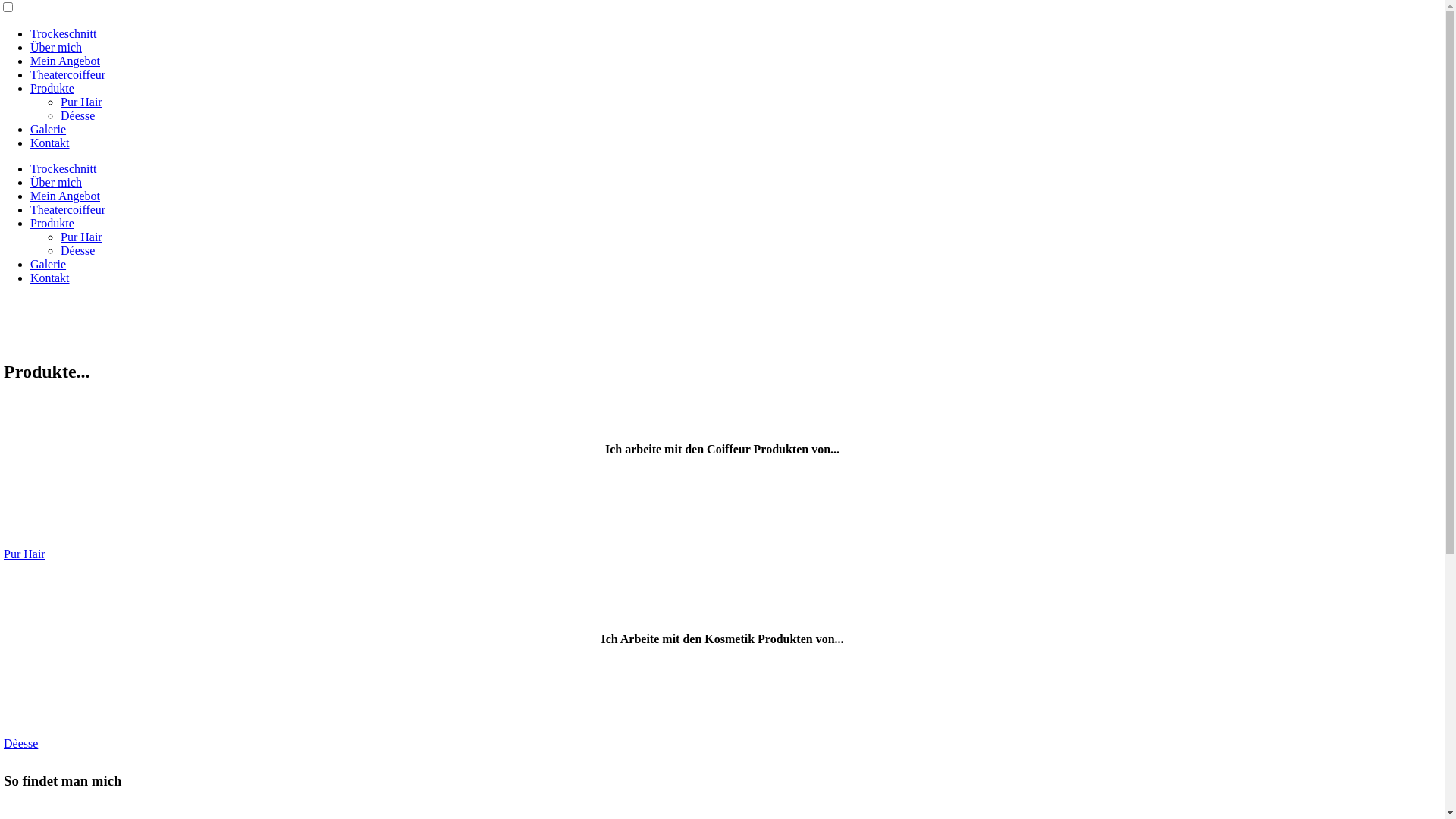 The height and width of the screenshot is (819, 1456). What do you see at coordinates (48, 128) in the screenshot?
I see `'Galerie'` at bounding box center [48, 128].